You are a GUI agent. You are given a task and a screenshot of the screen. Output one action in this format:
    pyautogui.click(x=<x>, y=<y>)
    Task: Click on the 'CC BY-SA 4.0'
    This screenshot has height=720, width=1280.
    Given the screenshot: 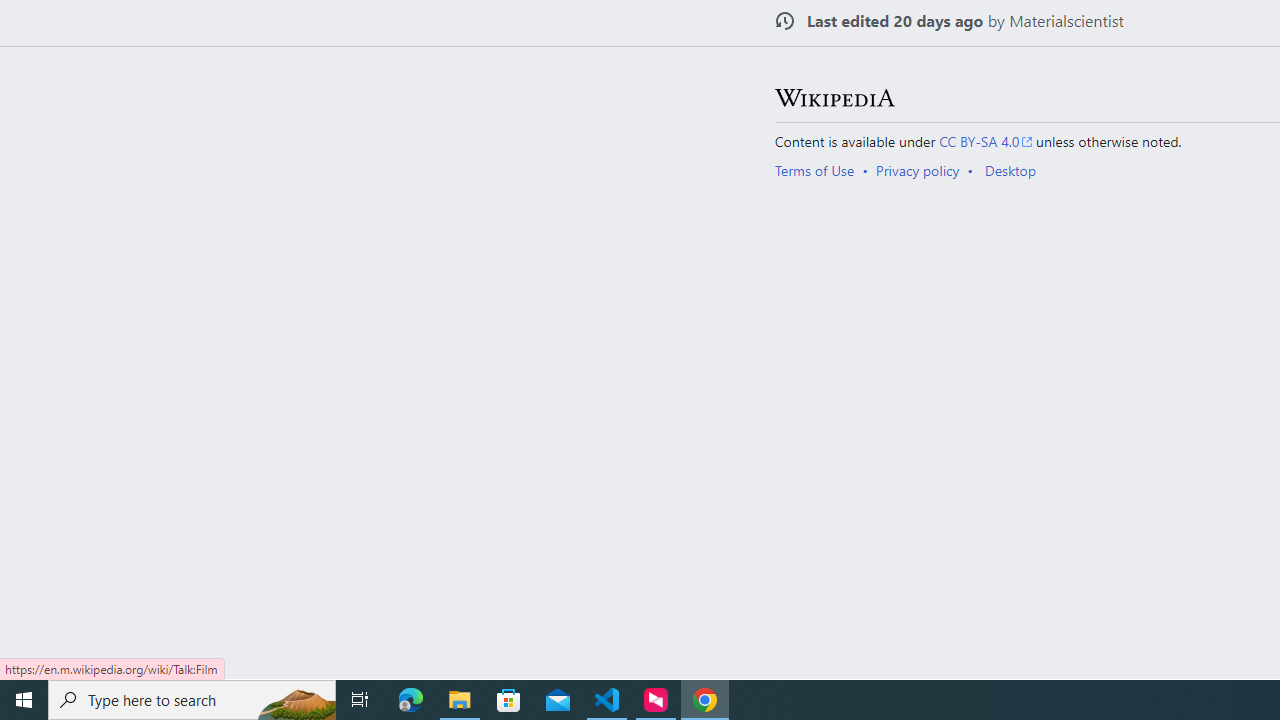 What is the action you would take?
    pyautogui.click(x=986, y=140)
    